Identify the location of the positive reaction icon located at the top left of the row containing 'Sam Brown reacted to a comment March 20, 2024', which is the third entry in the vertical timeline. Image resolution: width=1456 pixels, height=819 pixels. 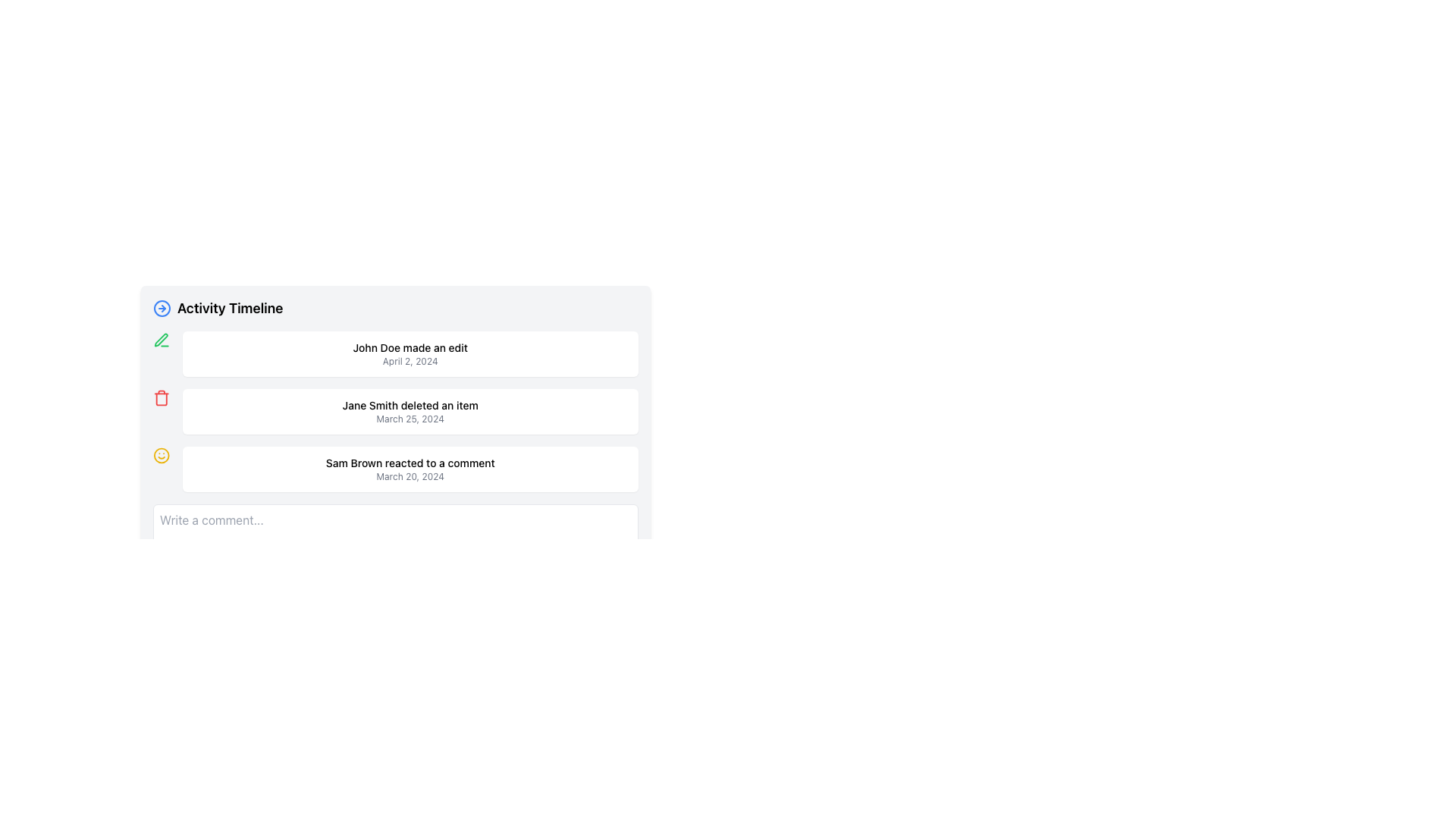
(162, 455).